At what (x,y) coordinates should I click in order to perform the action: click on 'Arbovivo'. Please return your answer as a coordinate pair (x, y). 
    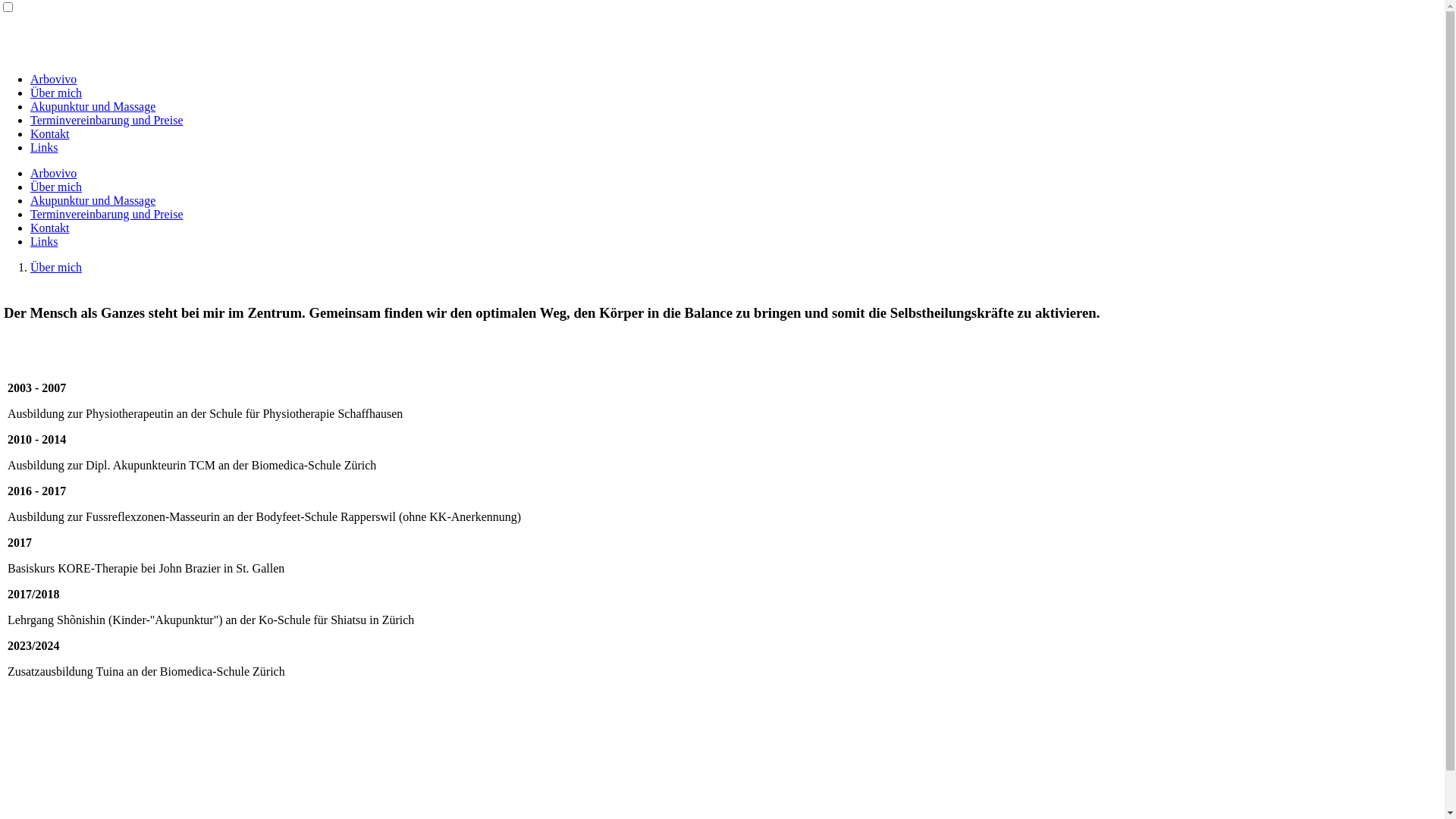
    Looking at the image, I should click on (30, 172).